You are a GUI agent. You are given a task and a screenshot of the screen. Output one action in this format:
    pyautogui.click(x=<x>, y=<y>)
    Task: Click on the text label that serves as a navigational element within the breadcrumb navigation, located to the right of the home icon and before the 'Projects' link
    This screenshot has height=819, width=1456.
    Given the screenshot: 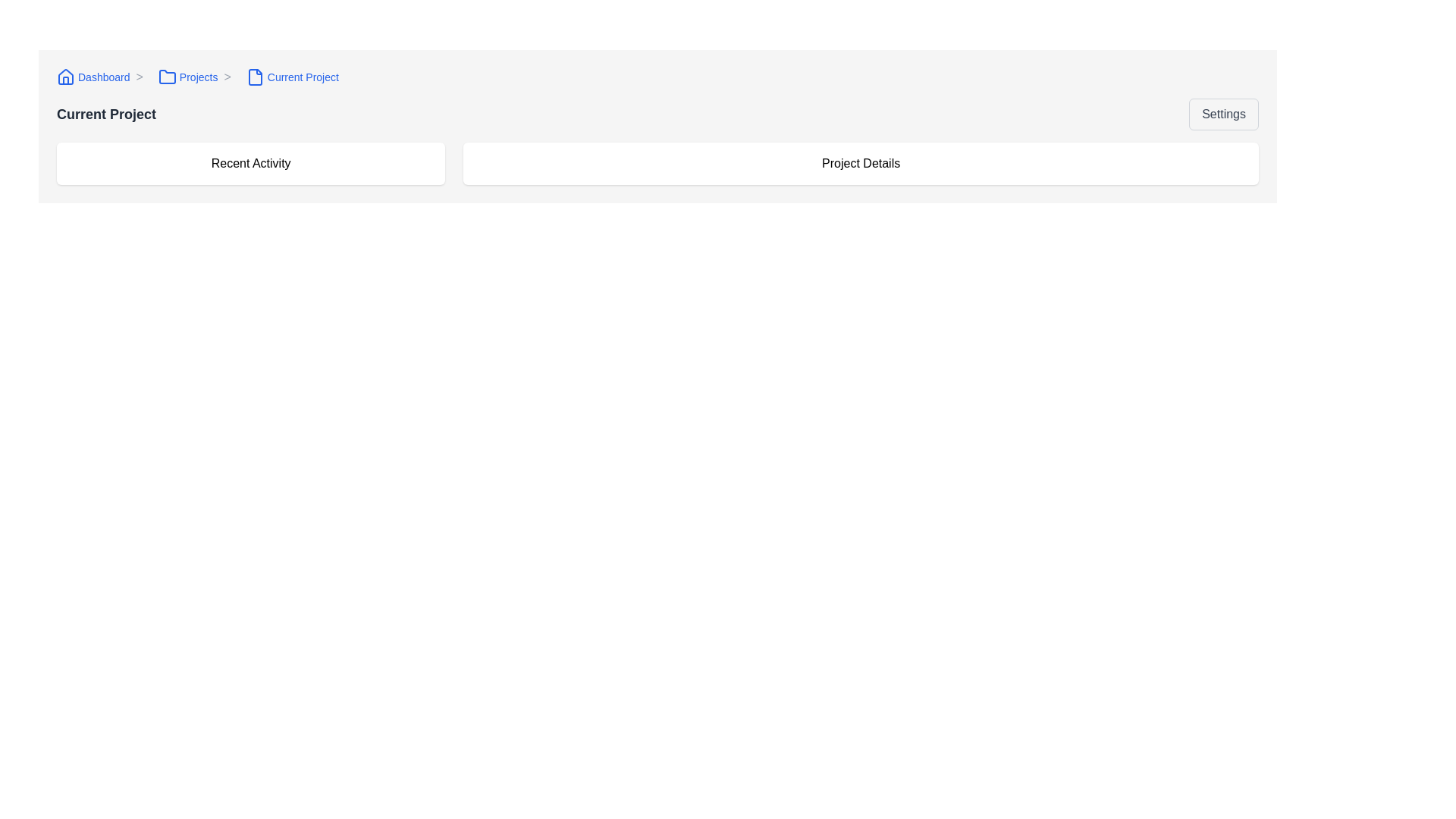 What is the action you would take?
    pyautogui.click(x=103, y=77)
    